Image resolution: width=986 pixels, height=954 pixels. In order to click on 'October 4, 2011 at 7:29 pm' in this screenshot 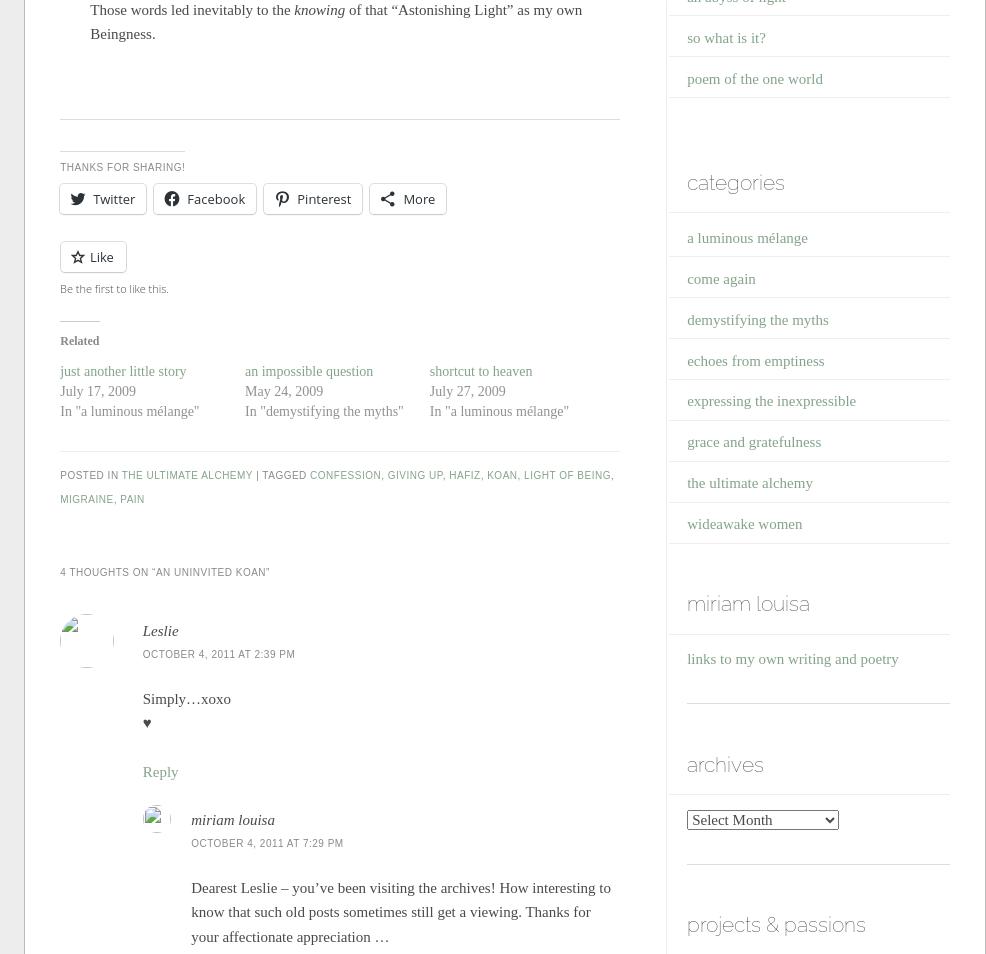, I will do `click(267, 843)`.